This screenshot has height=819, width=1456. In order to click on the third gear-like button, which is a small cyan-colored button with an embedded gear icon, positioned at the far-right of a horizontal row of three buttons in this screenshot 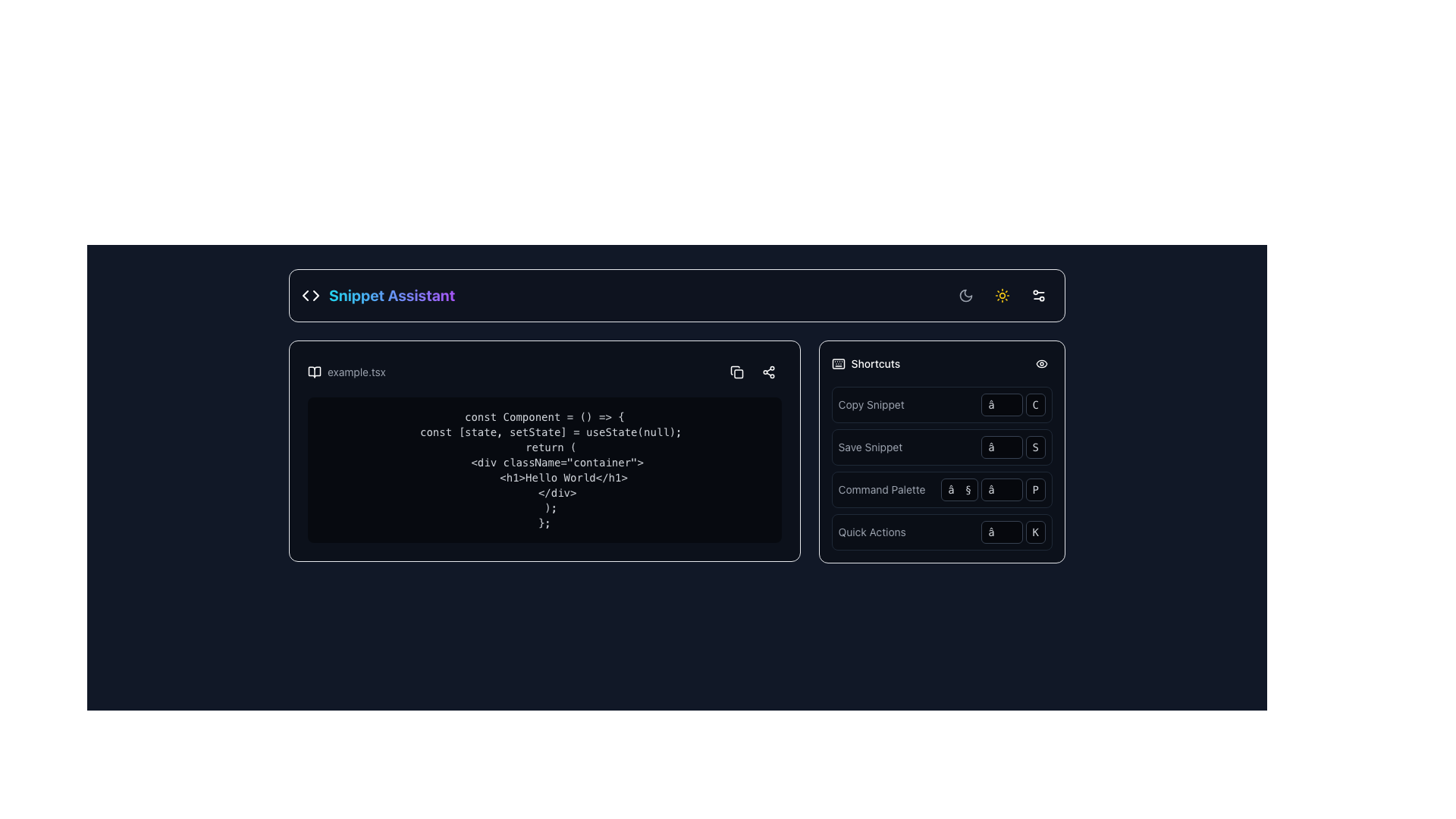, I will do `click(1037, 295)`.